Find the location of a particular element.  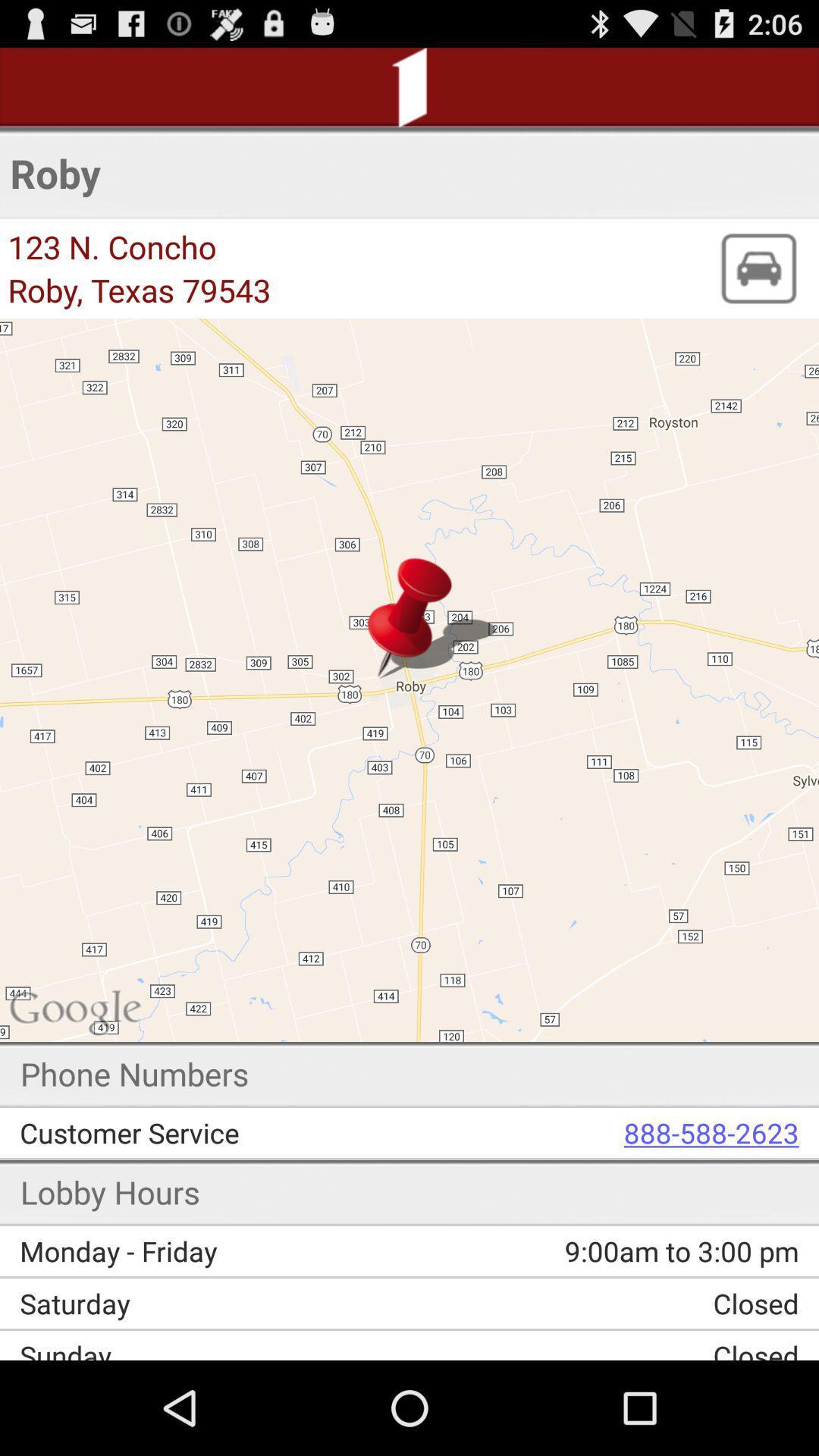

the icon next to monday - friday is located at coordinates (594, 1251).